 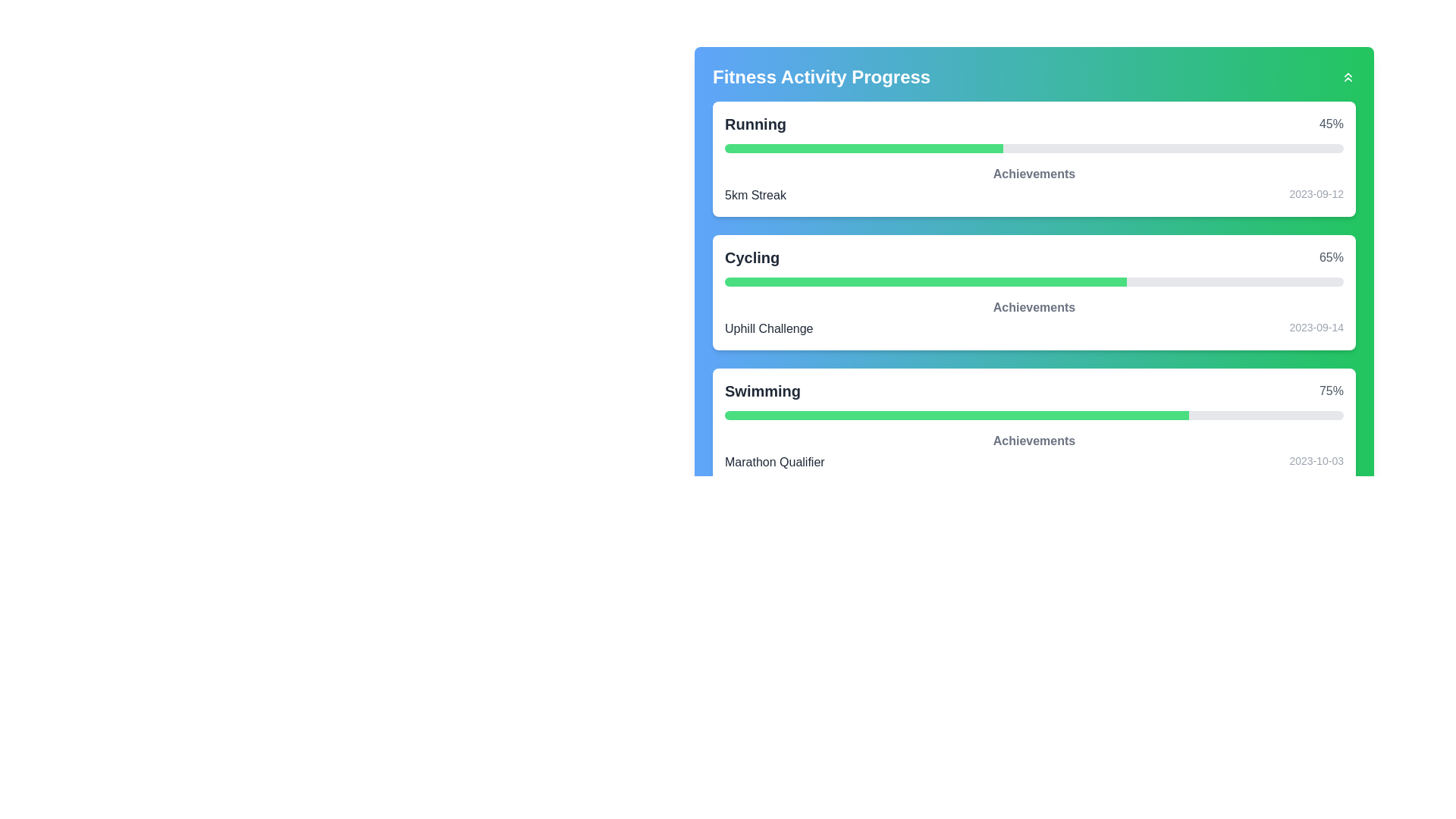 What do you see at coordinates (1033, 77) in the screenshot?
I see `the adjacent icons next` at bounding box center [1033, 77].